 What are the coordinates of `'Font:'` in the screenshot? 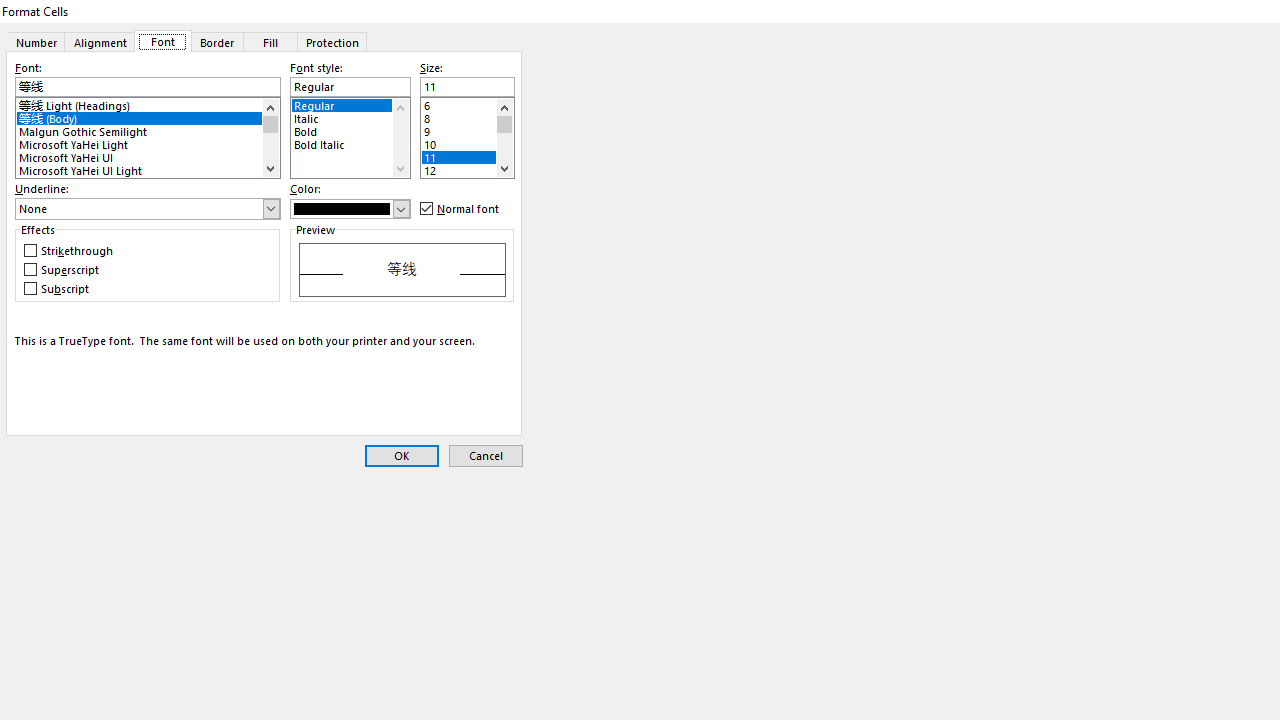 It's located at (147, 86).